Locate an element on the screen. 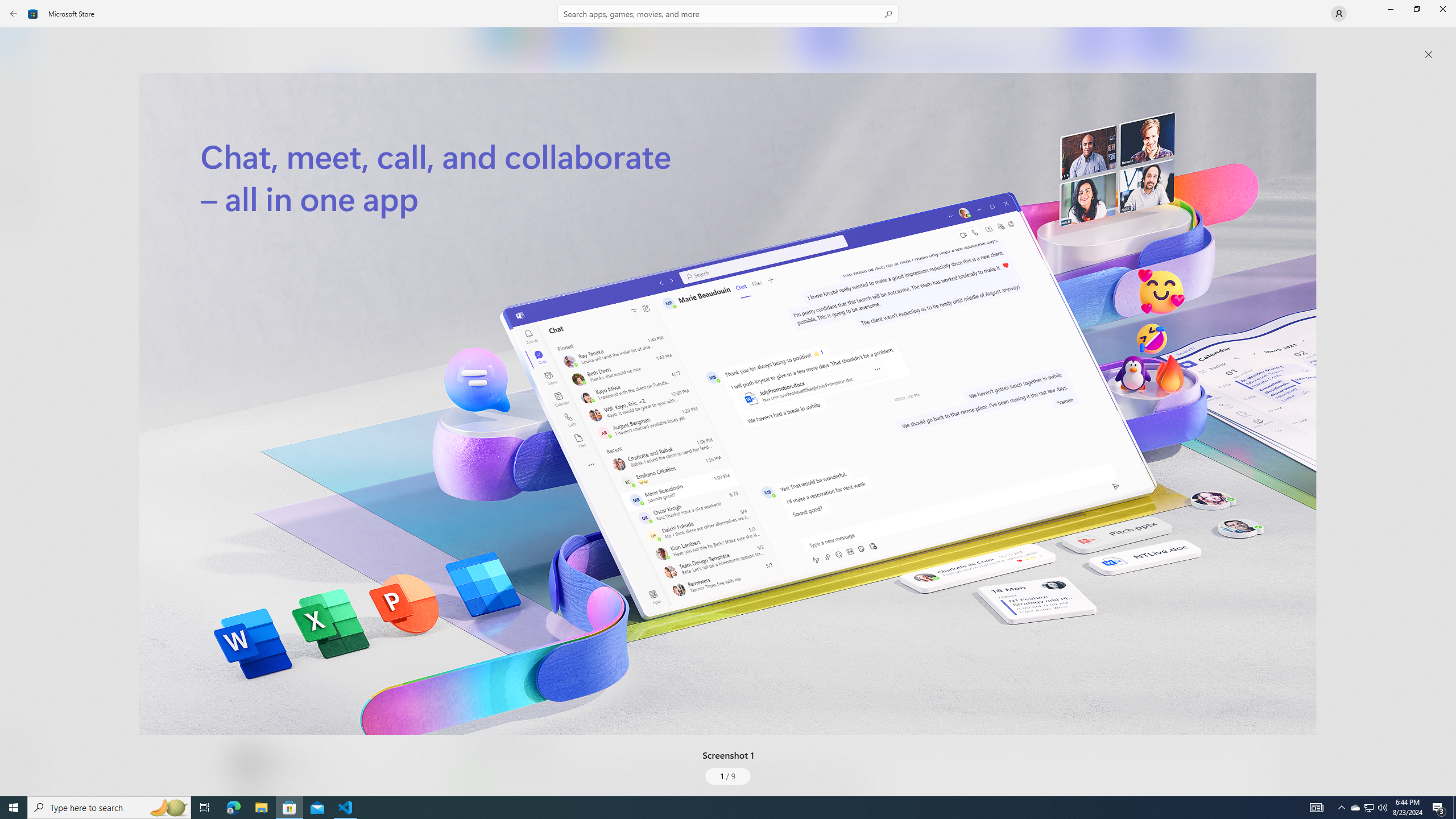  'close popup window' is located at coordinates (1428, 54).